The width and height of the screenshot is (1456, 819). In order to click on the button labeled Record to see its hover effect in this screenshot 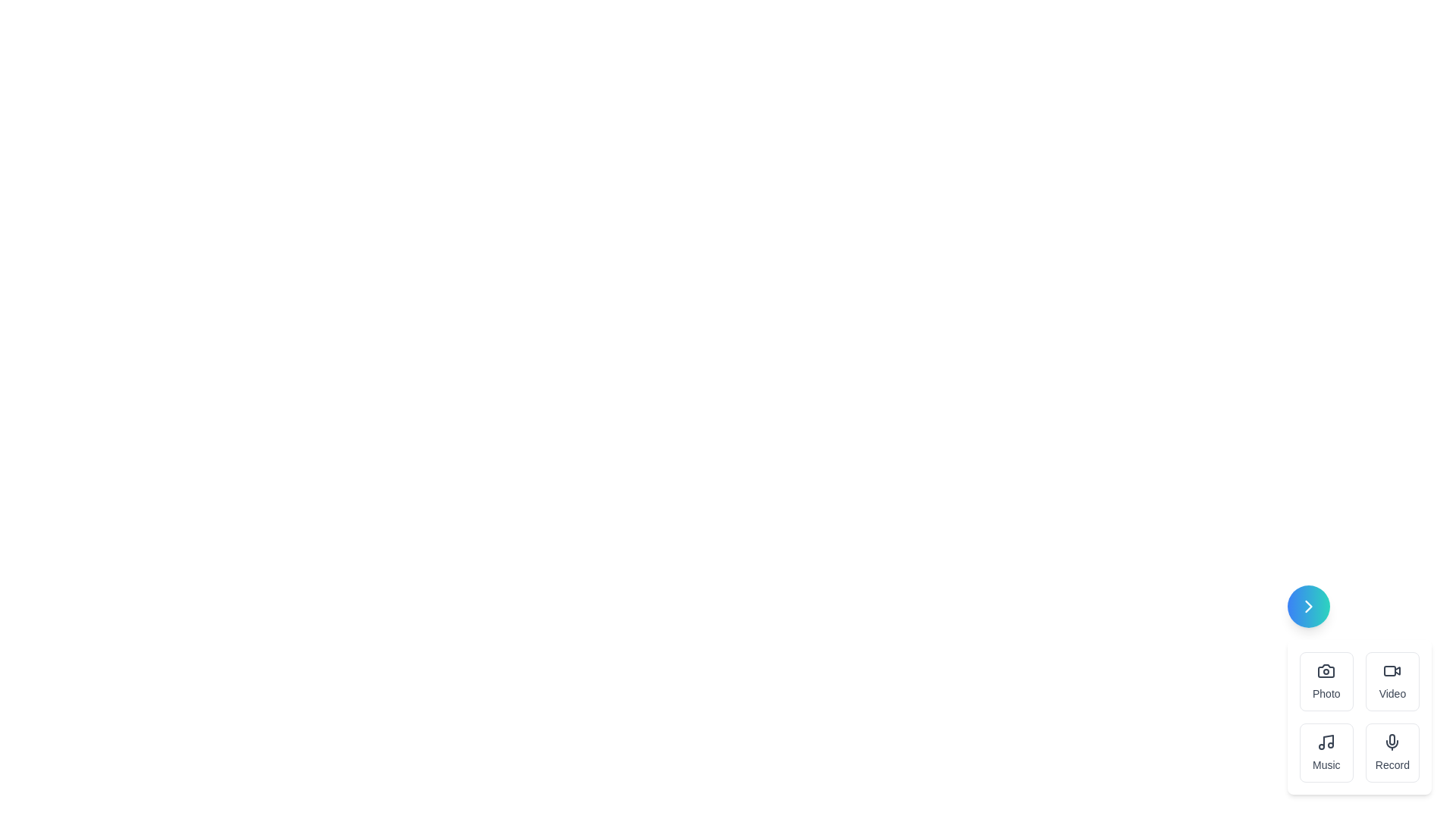, I will do `click(1392, 752)`.